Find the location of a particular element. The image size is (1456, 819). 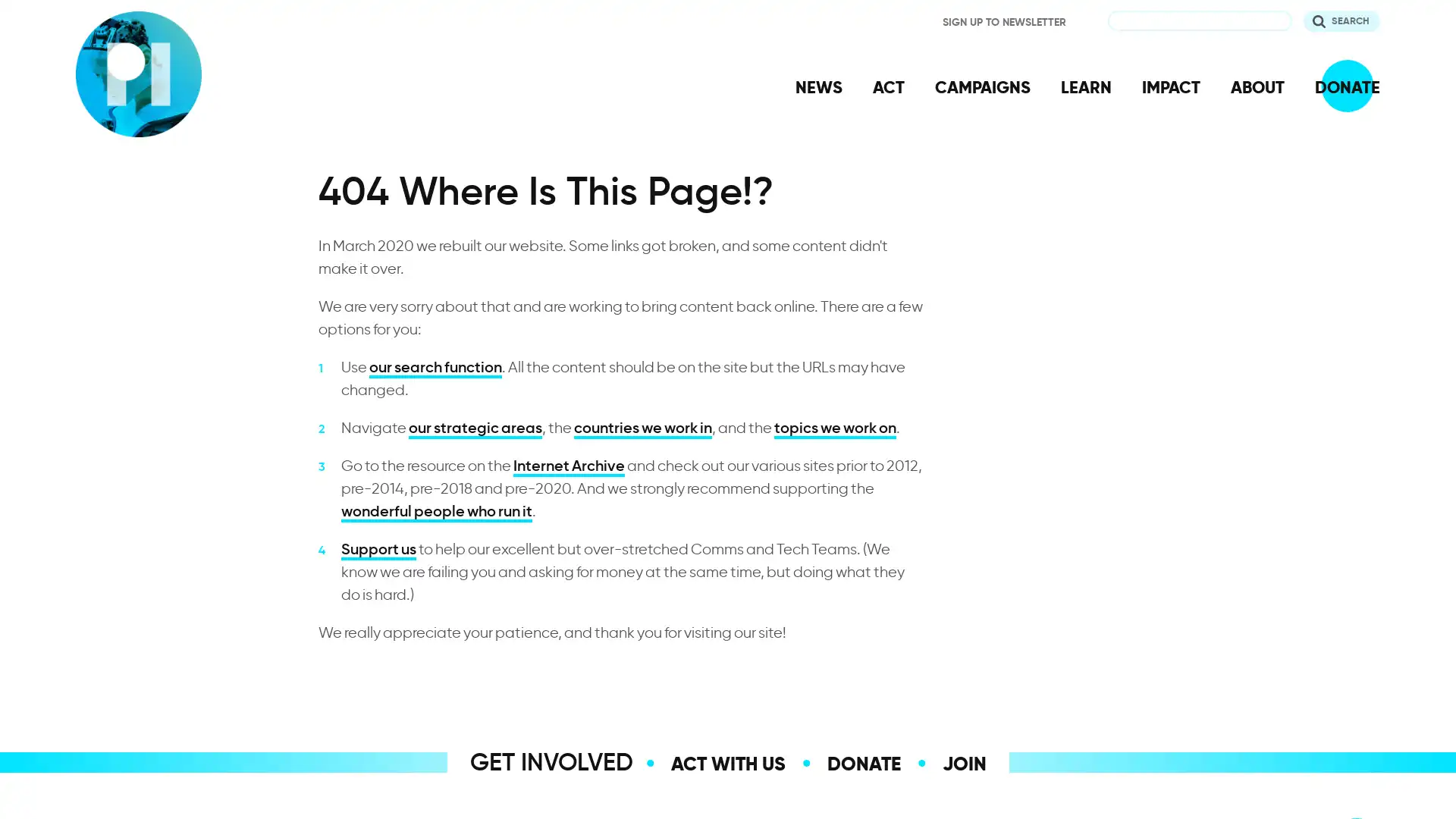

Search is located at coordinates (1339, 21).